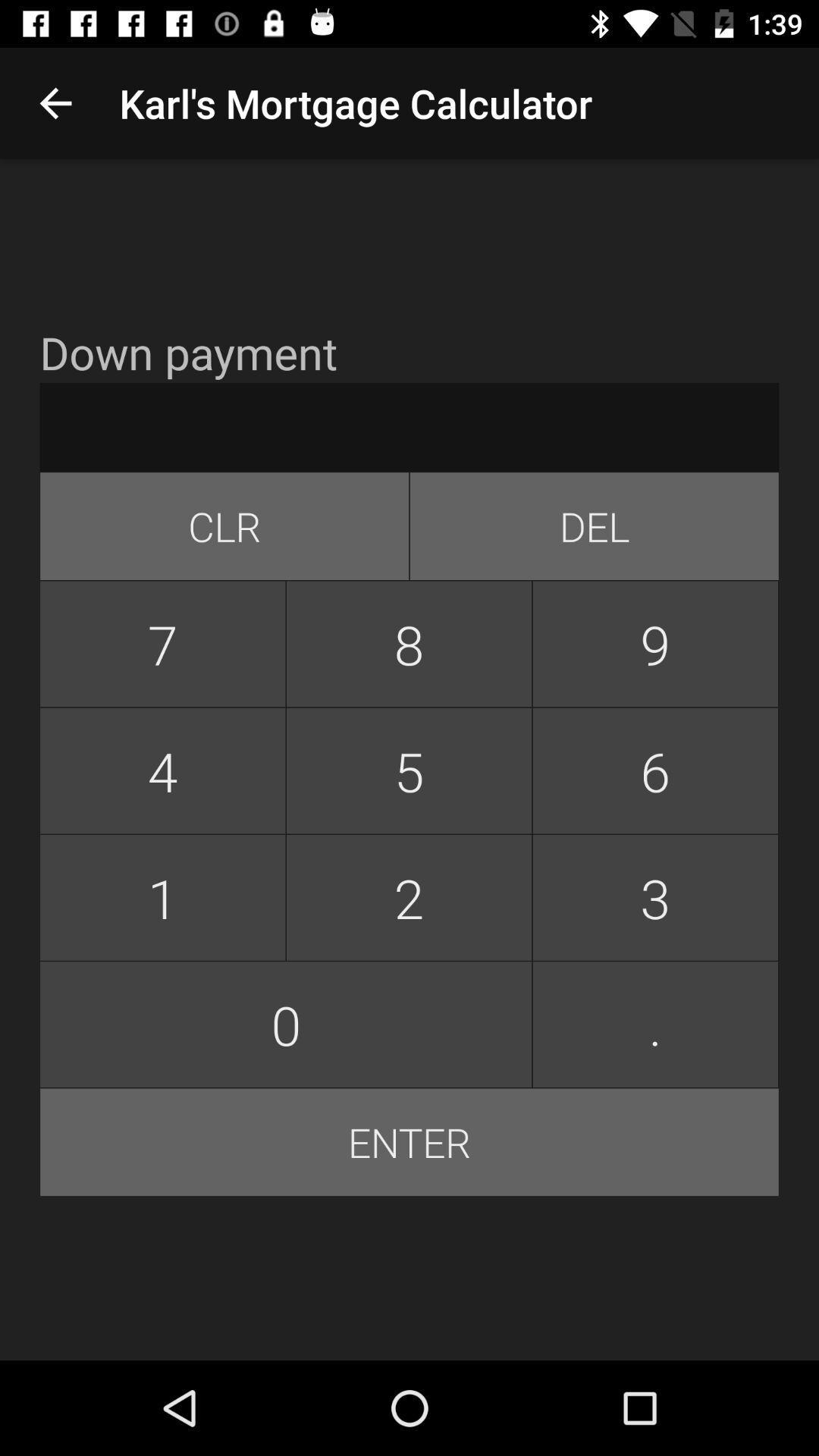  I want to click on the icon at the top left corner, so click(55, 102).